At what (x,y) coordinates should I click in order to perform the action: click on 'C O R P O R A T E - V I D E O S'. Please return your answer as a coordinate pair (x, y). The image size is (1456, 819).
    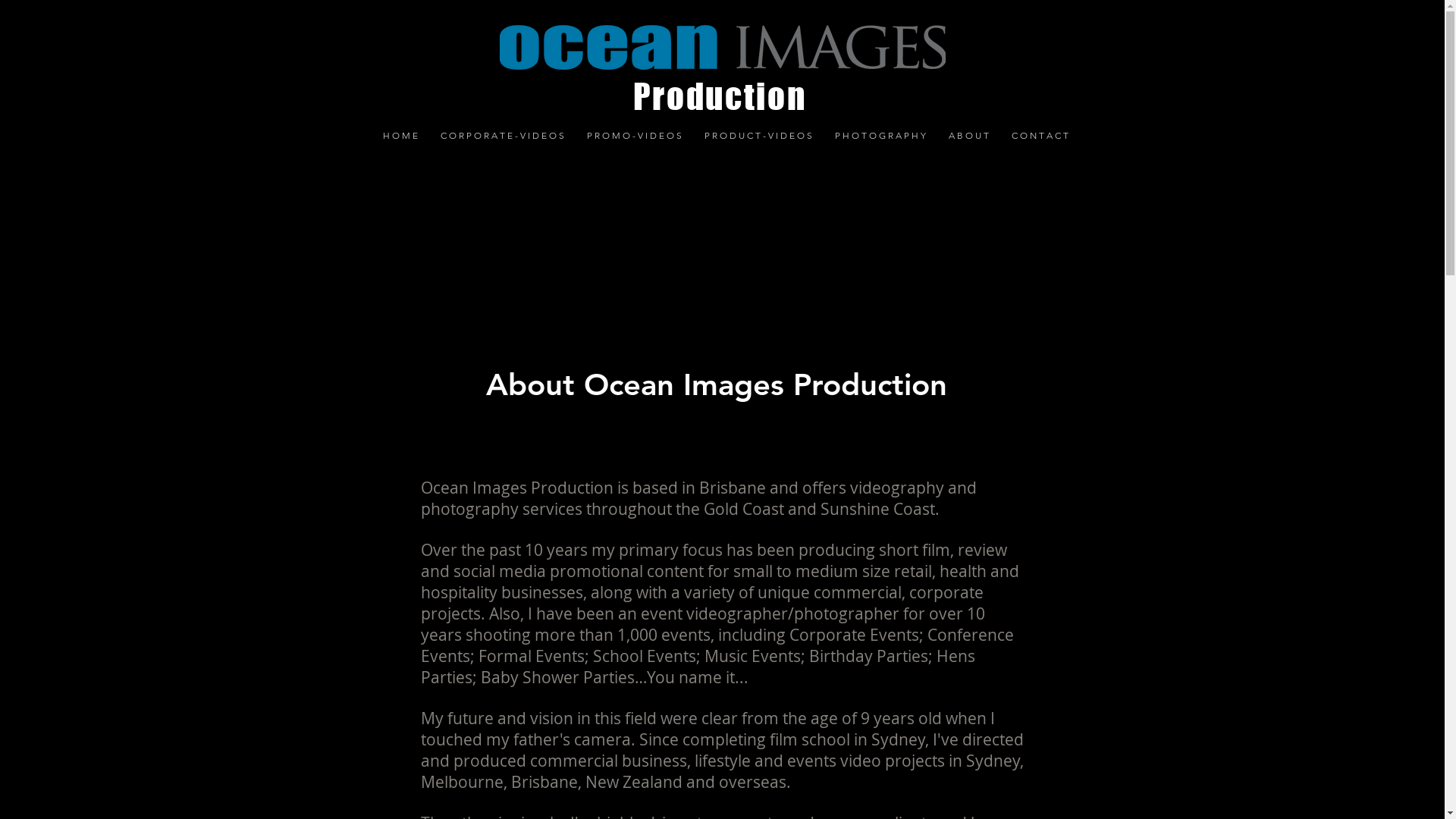
    Looking at the image, I should click on (502, 134).